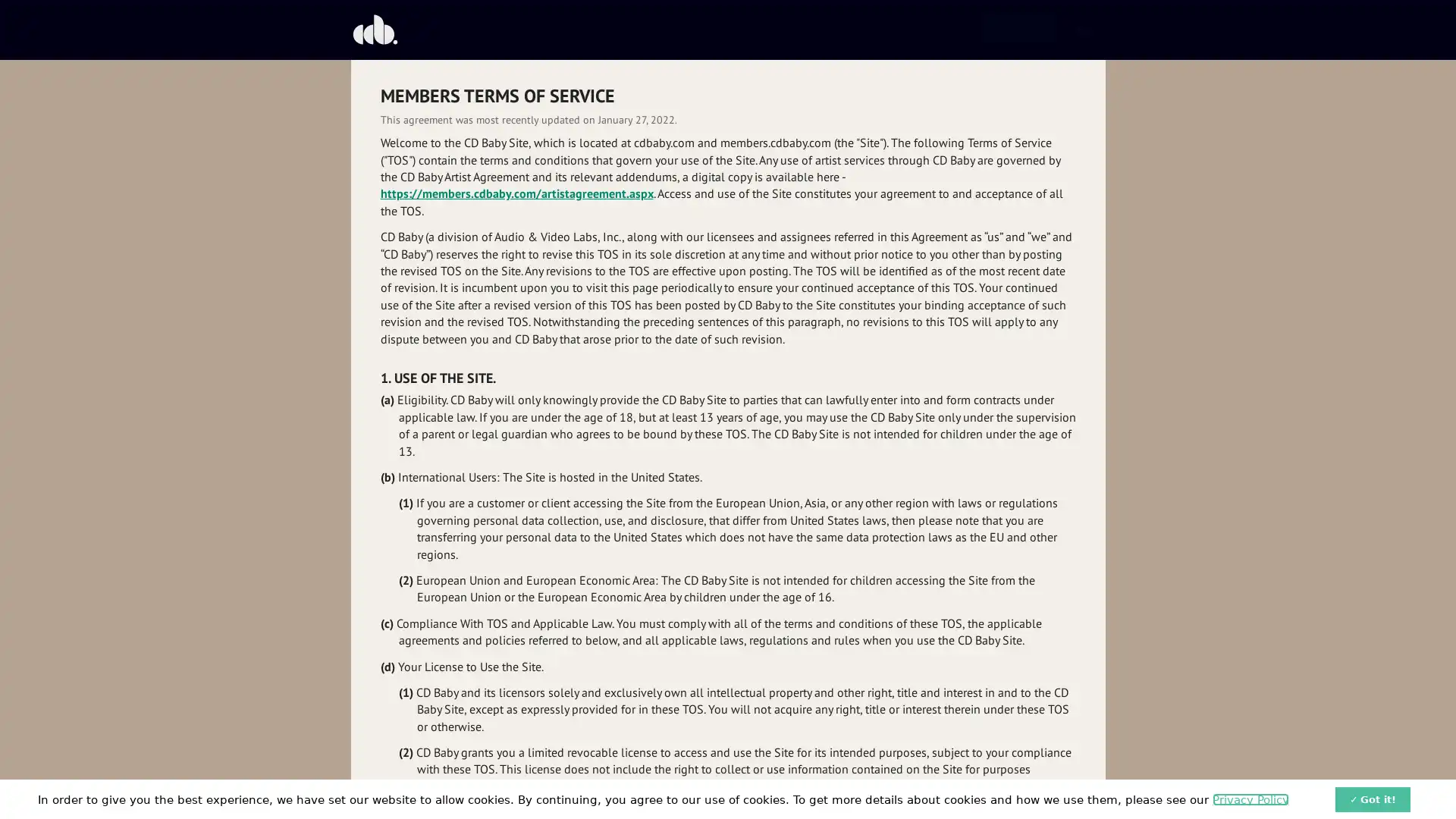 The width and height of the screenshot is (1456, 819). What do you see at coordinates (1373, 798) in the screenshot?
I see `Got it!` at bounding box center [1373, 798].